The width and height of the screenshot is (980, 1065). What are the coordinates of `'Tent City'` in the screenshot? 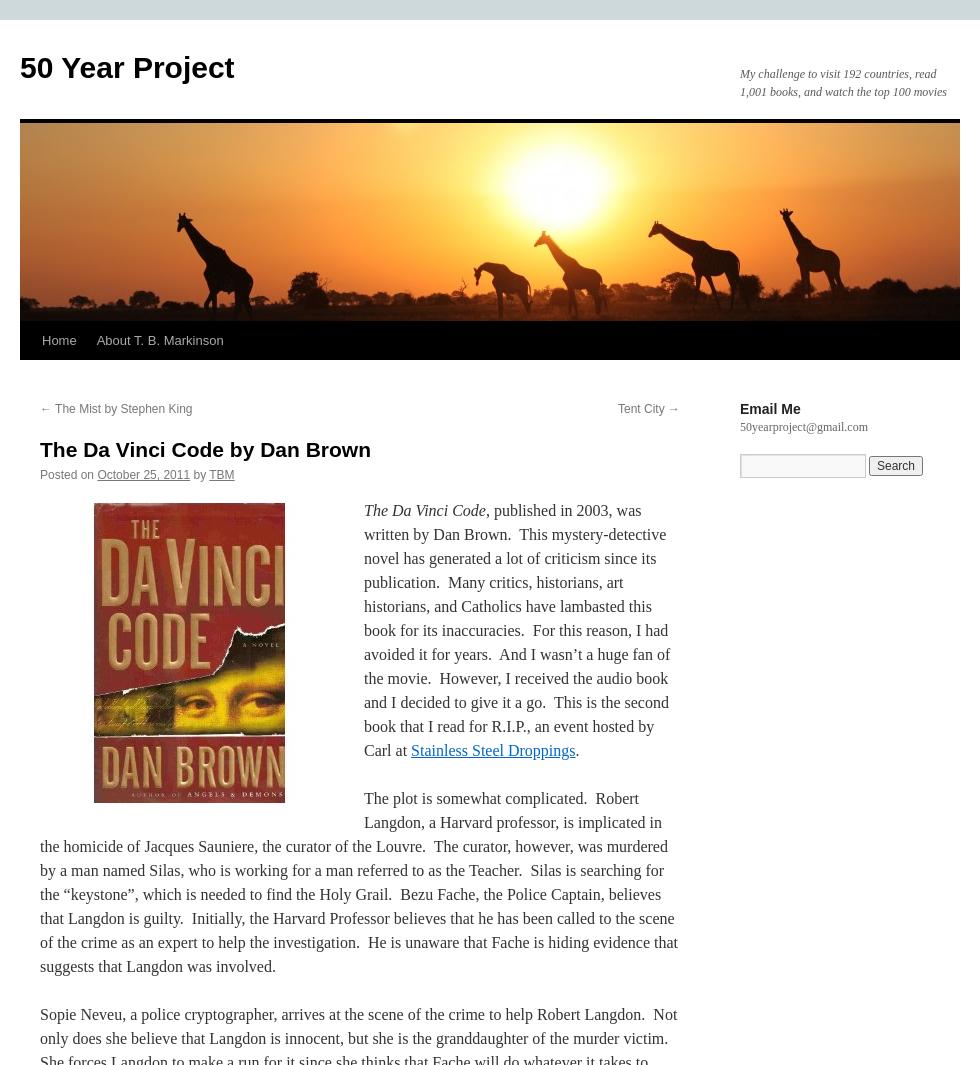 It's located at (642, 407).